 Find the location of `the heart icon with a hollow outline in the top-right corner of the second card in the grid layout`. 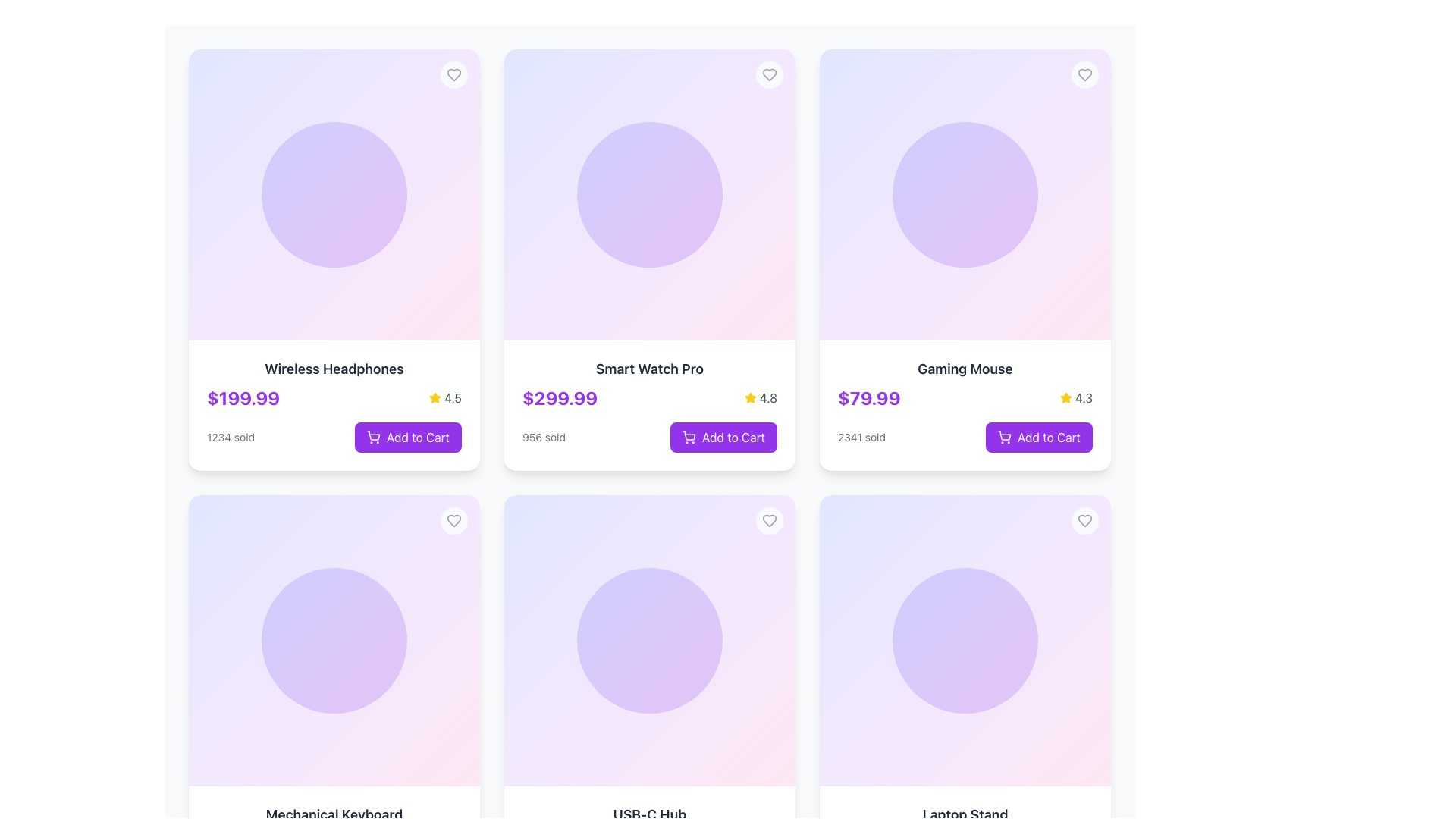

the heart icon with a hollow outline in the top-right corner of the second card in the grid layout is located at coordinates (453, 519).